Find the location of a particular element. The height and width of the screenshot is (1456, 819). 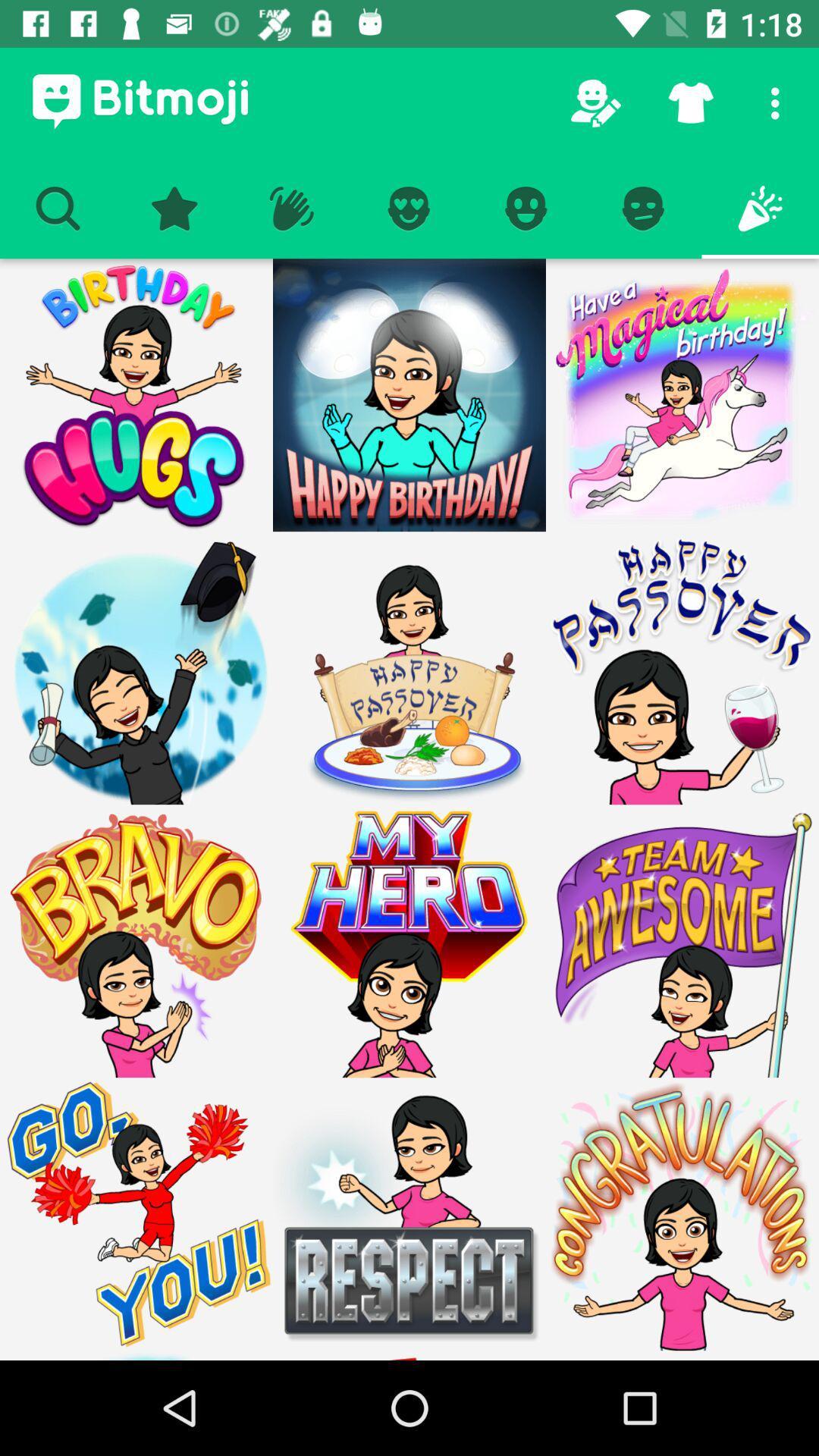

congratulation option is located at coordinates (681, 1214).